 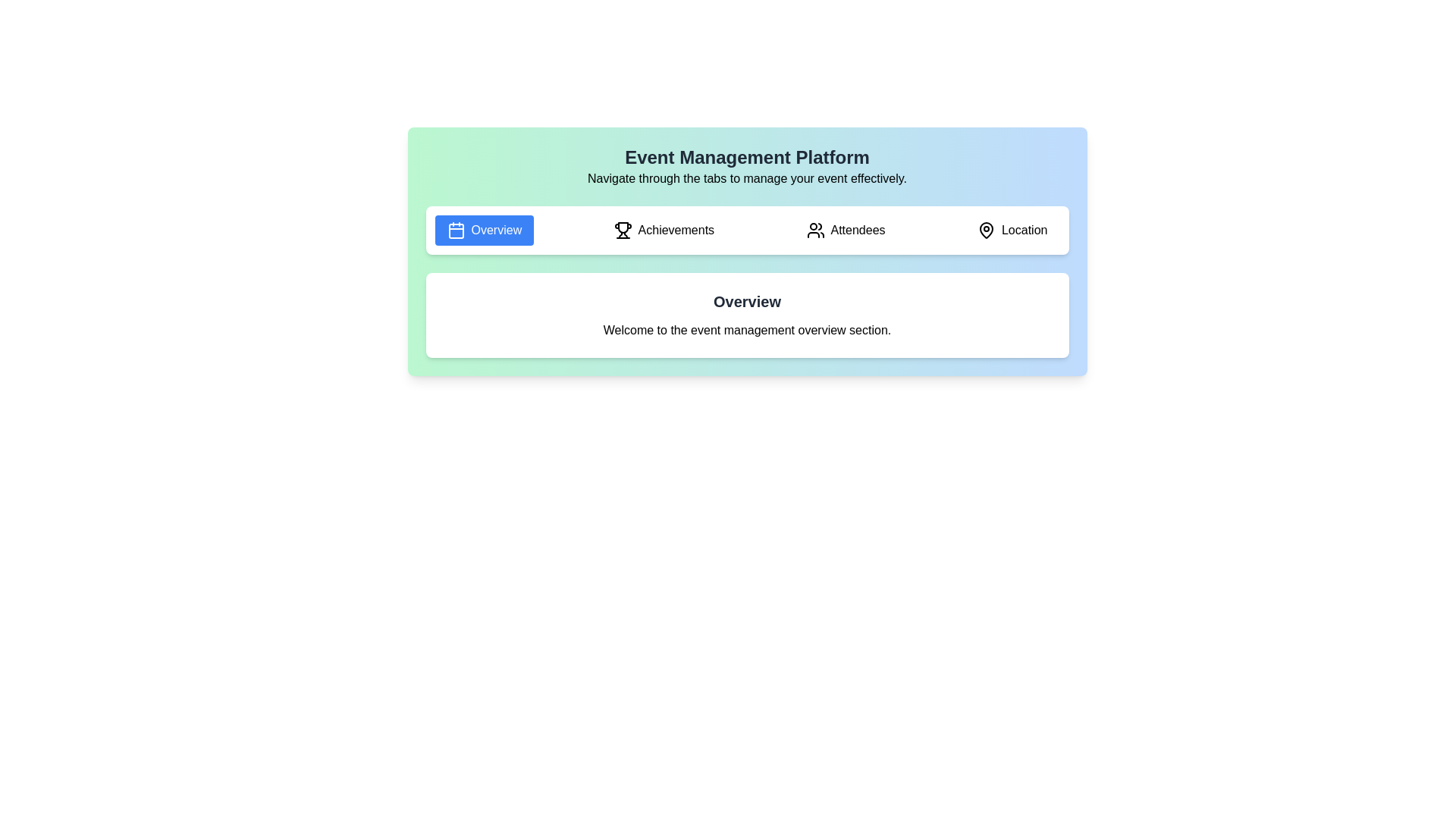 I want to click on the 'Achievements' text label in the navigation bar, so click(x=675, y=231).